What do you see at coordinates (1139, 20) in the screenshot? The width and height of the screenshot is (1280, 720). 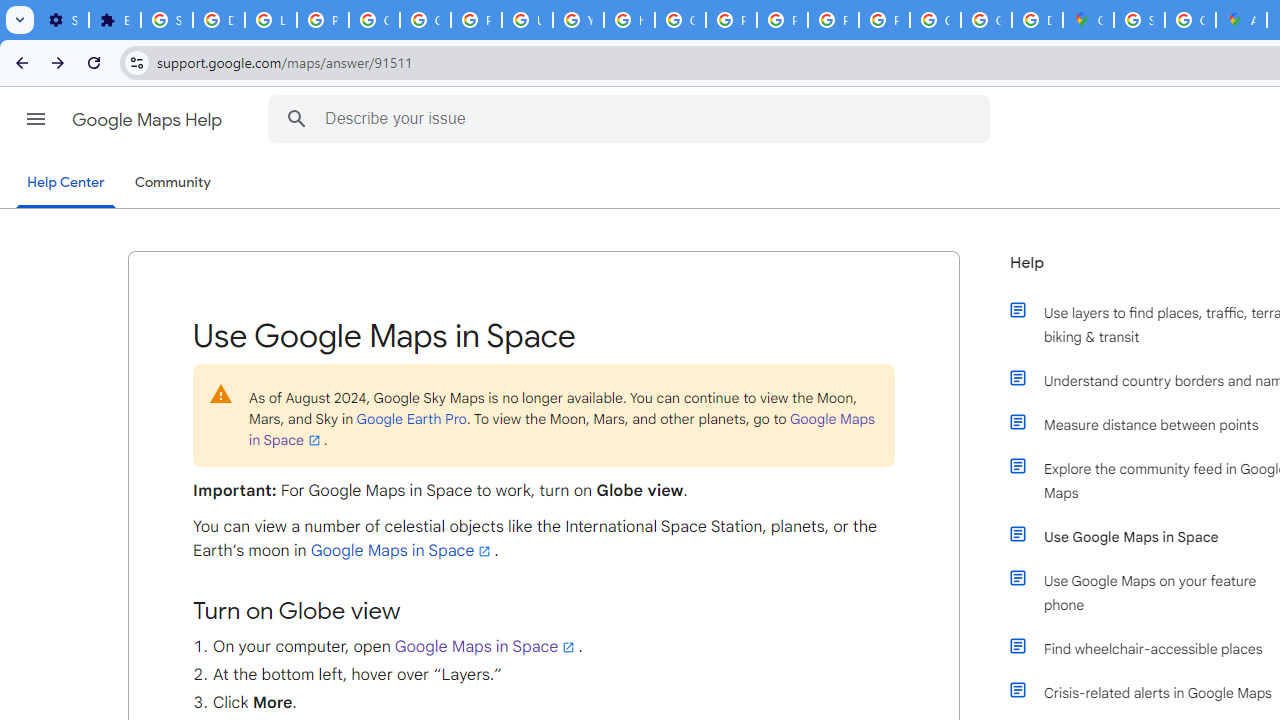 I see `'Sign in - Google Accounts'` at bounding box center [1139, 20].